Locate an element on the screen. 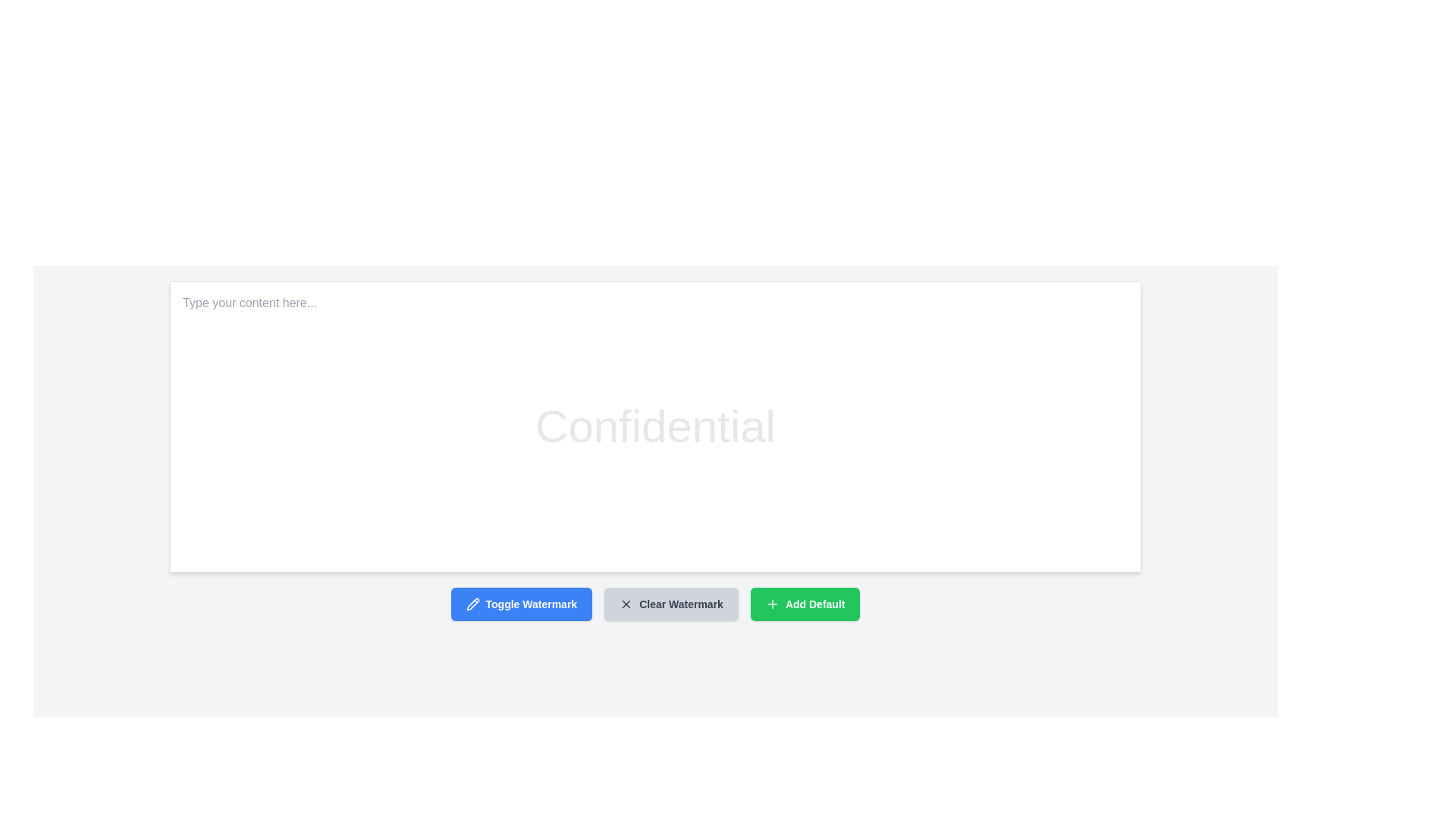 This screenshot has width=1456, height=819. the blue 'Toggle Watermark' button with rounded corners located centrally towards the bottom of the interface is located at coordinates (521, 604).